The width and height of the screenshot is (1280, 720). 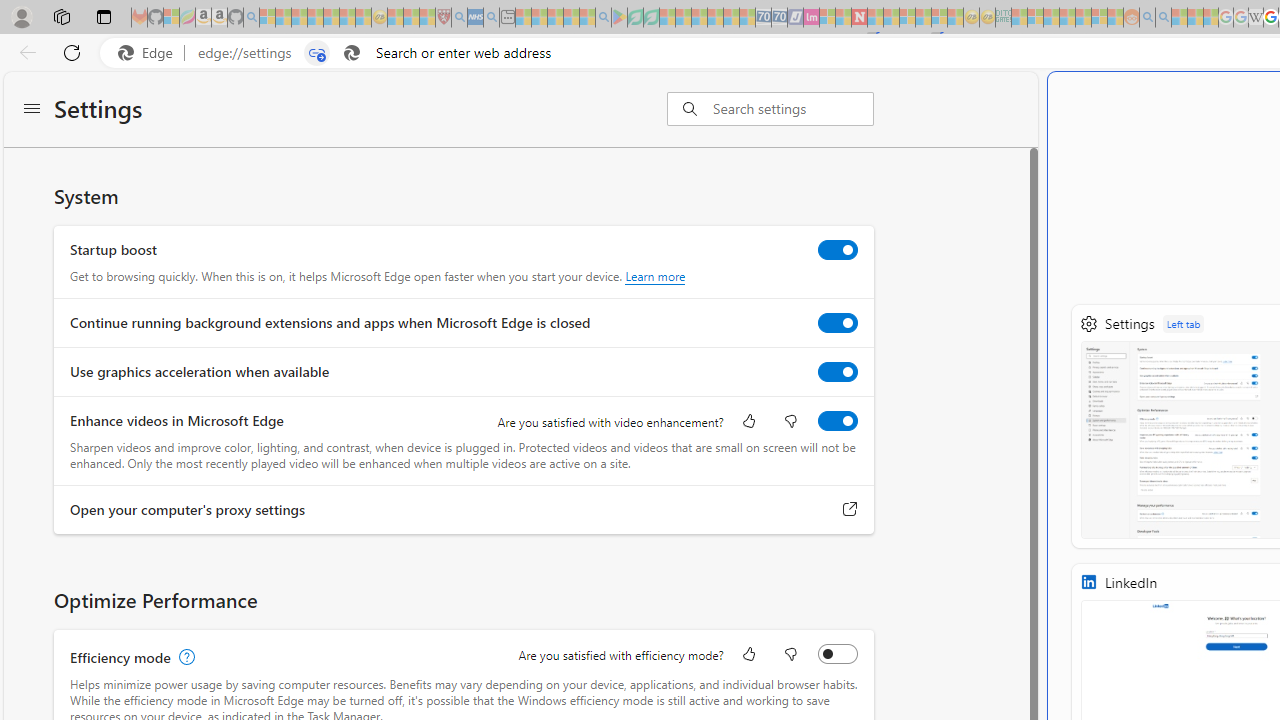 What do you see at coordinates (1255, 17) in the screenshot?
I see `'Target page - Wikipedia - Sleeping'` at bounding box center [1255, 17].